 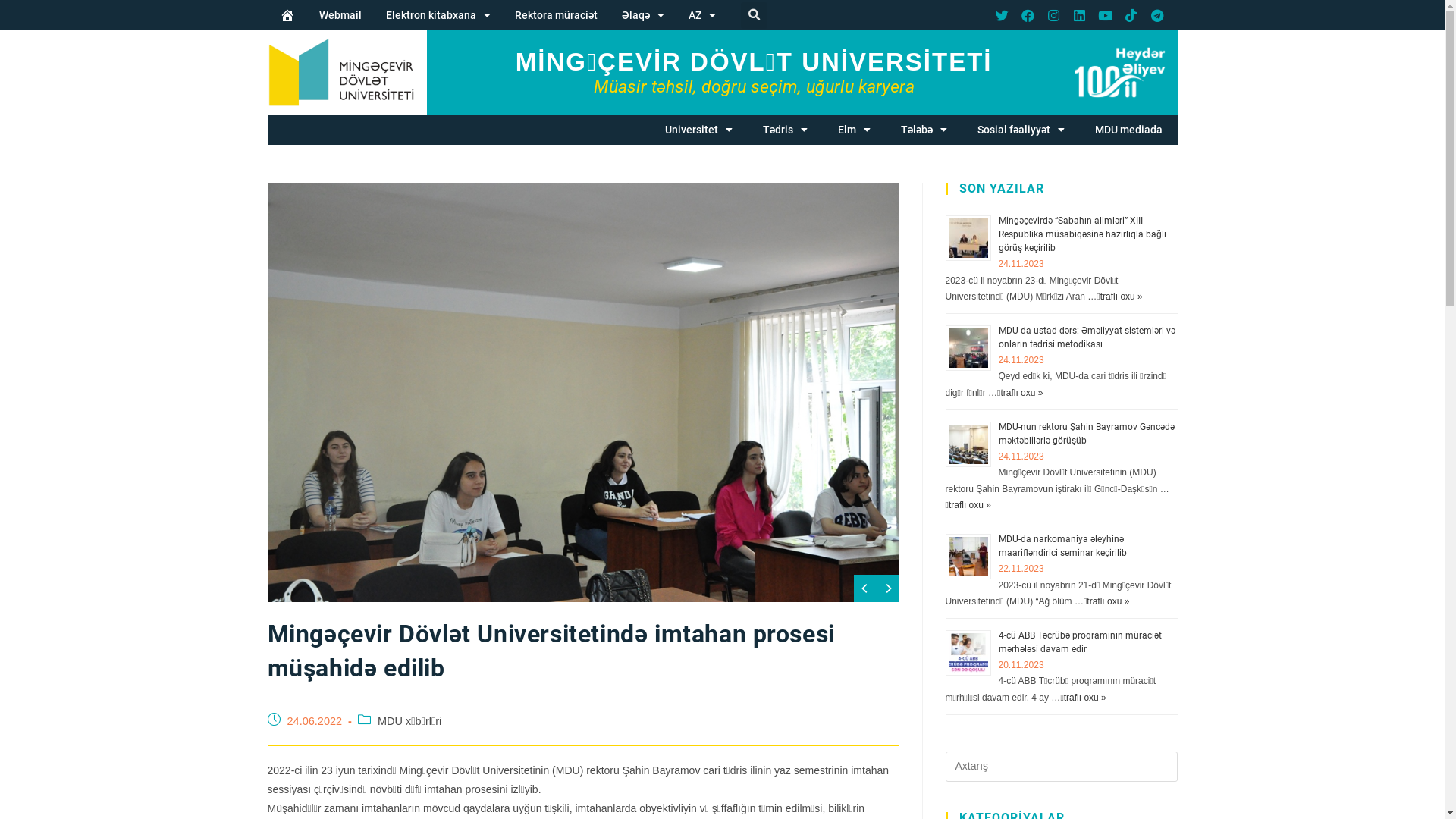 I want to click on 'Universitet', so click(x=697, y=128).